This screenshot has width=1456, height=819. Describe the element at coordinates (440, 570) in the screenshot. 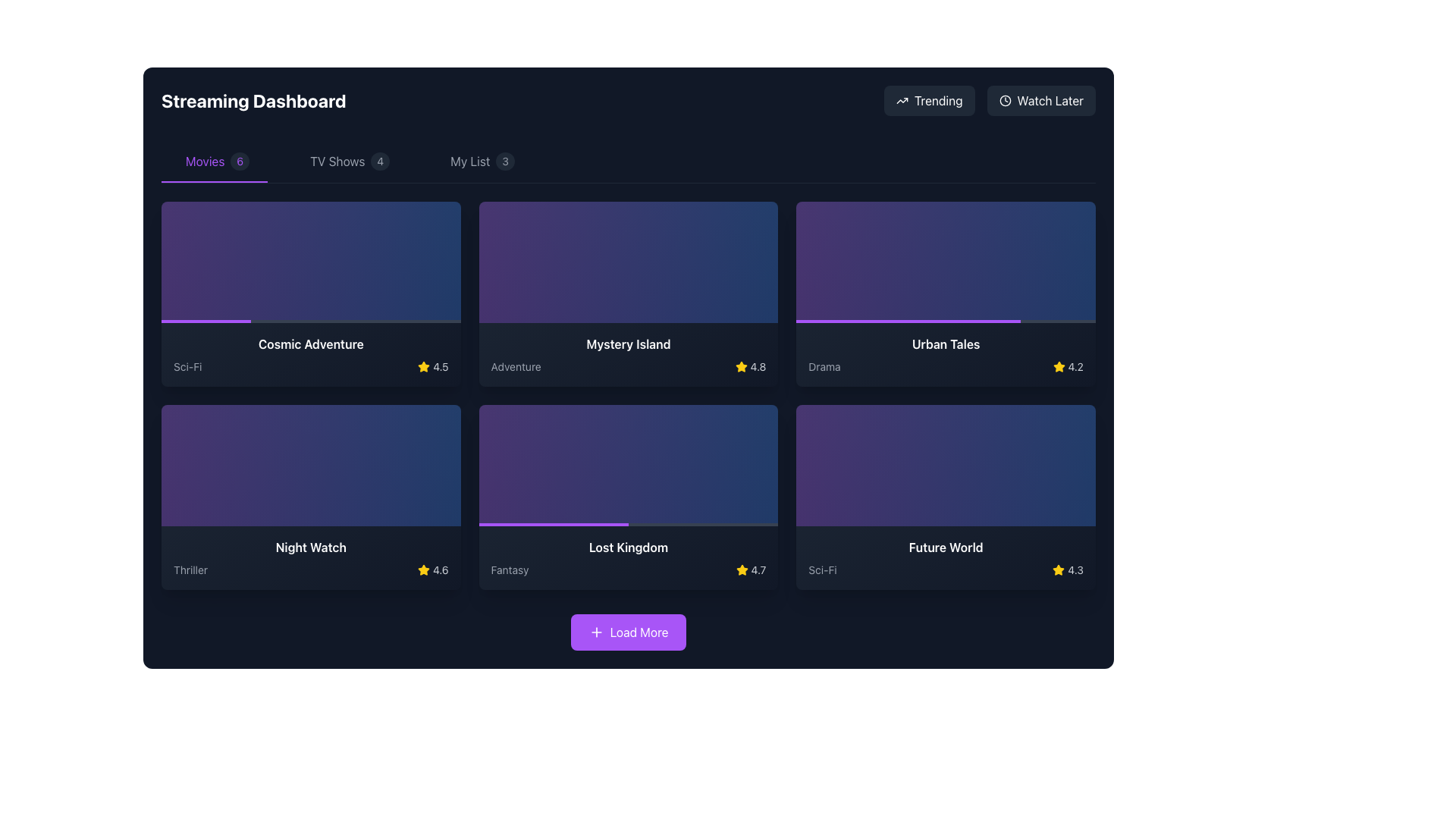

I see `the text label displaying the rating '4.6' located to the right of the star icon in the 'Night Watch' movie card` at that location.